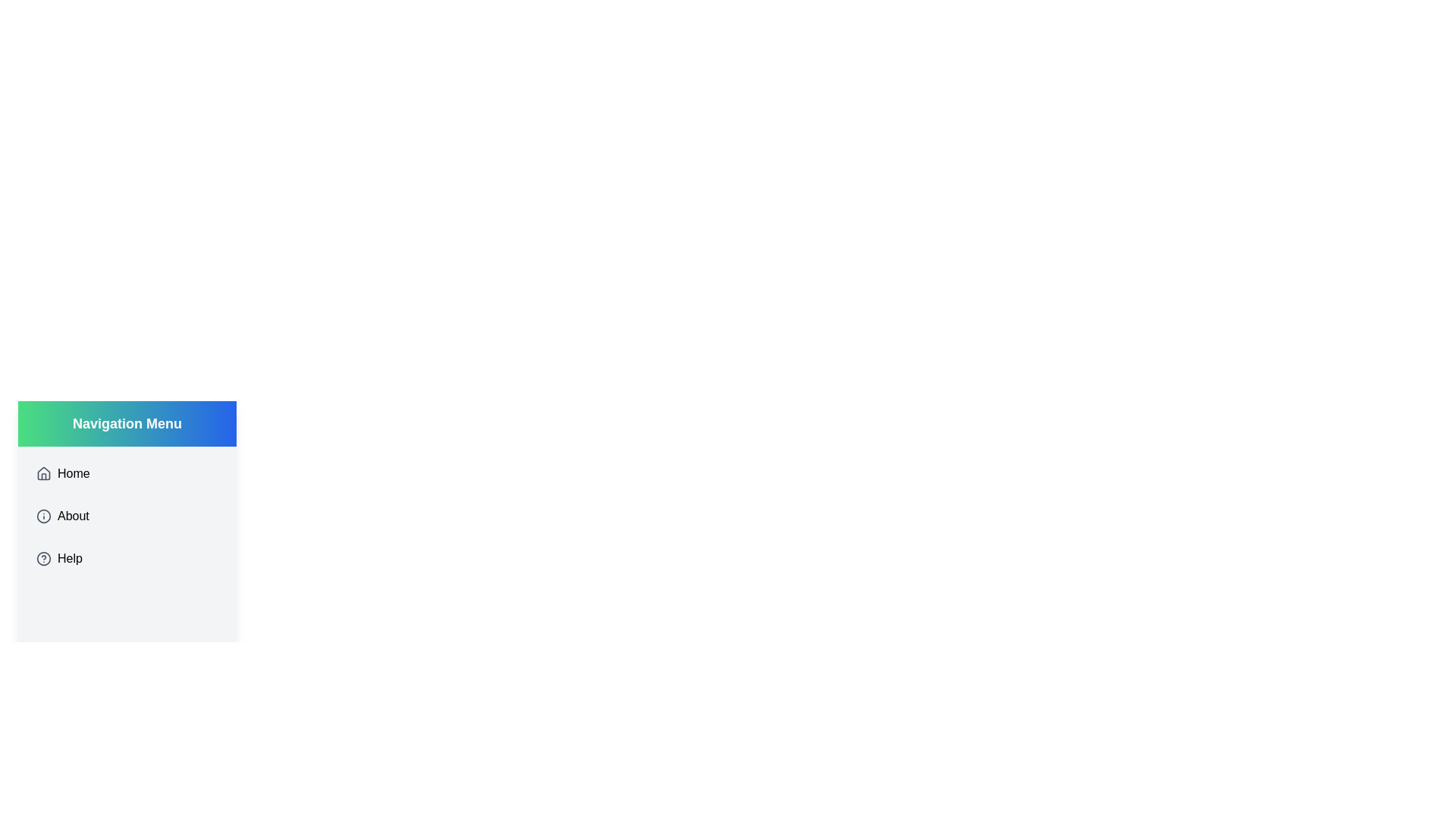 The height and width of the screenshot is (819, 1456). What do you see at coordinates (73, 472) in the screenshot?
I see `the 'Home' text element in the navigation menu` at bounding box center [73, 472].